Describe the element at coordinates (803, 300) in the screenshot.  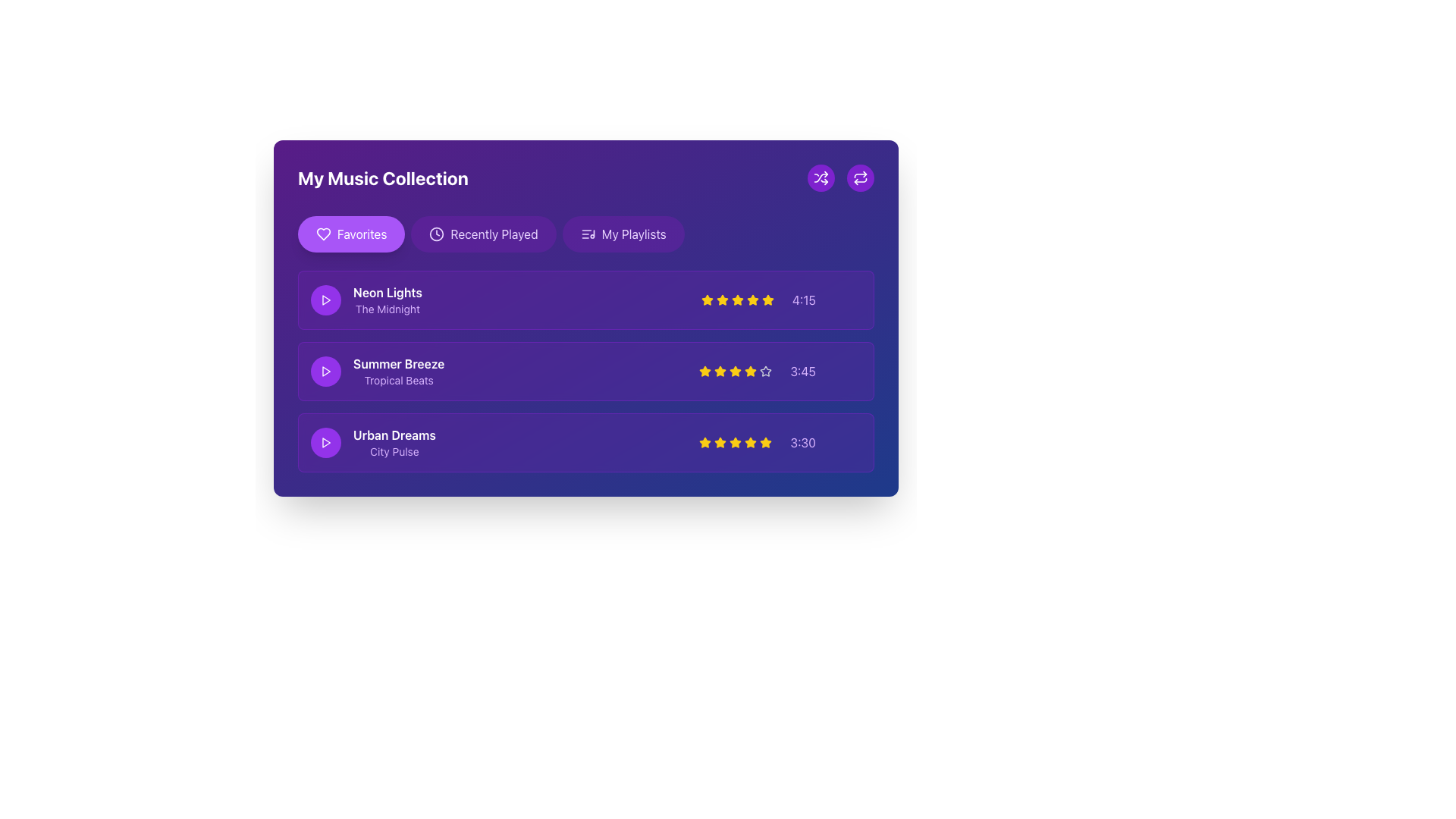
I see `numeric text label displaying '4:15' styled in purple, located rightmost to a series of five yellow stars in the first row of the playlist items` at that location.